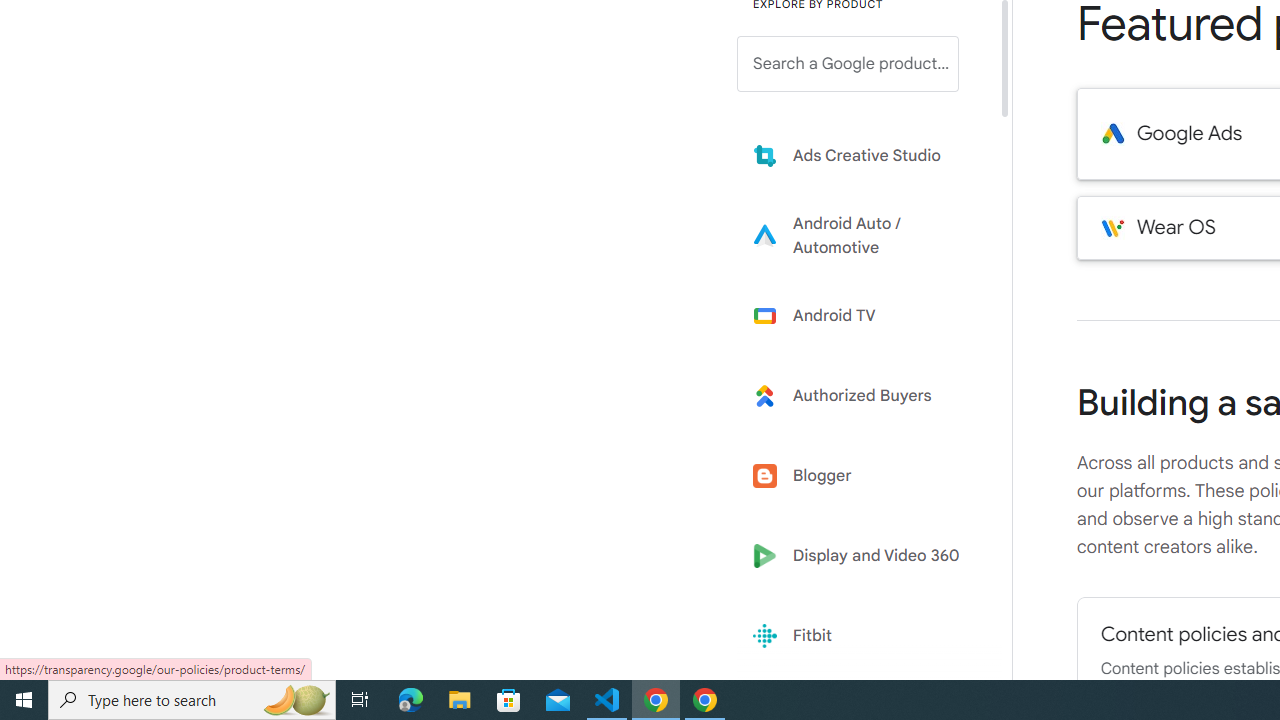  I want to click on 'Fitbit', so click(862, 636).